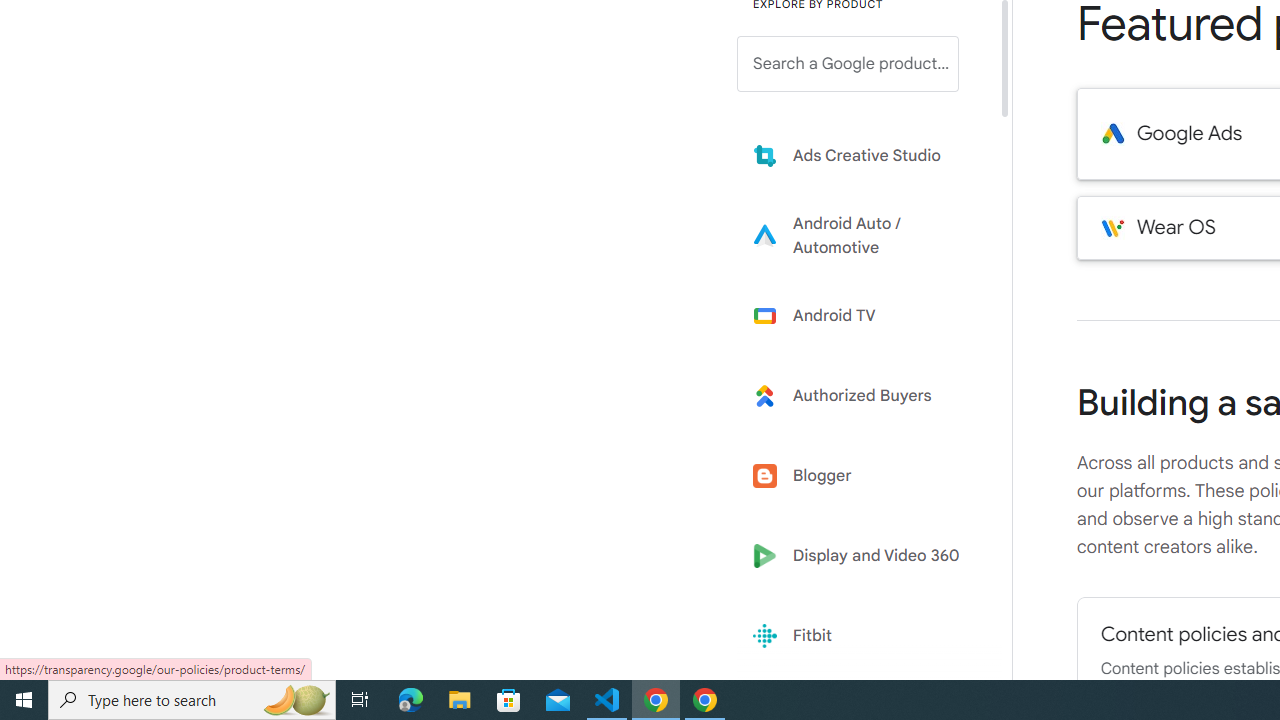  I want to click on 'Fitbit', so click(862, 636).